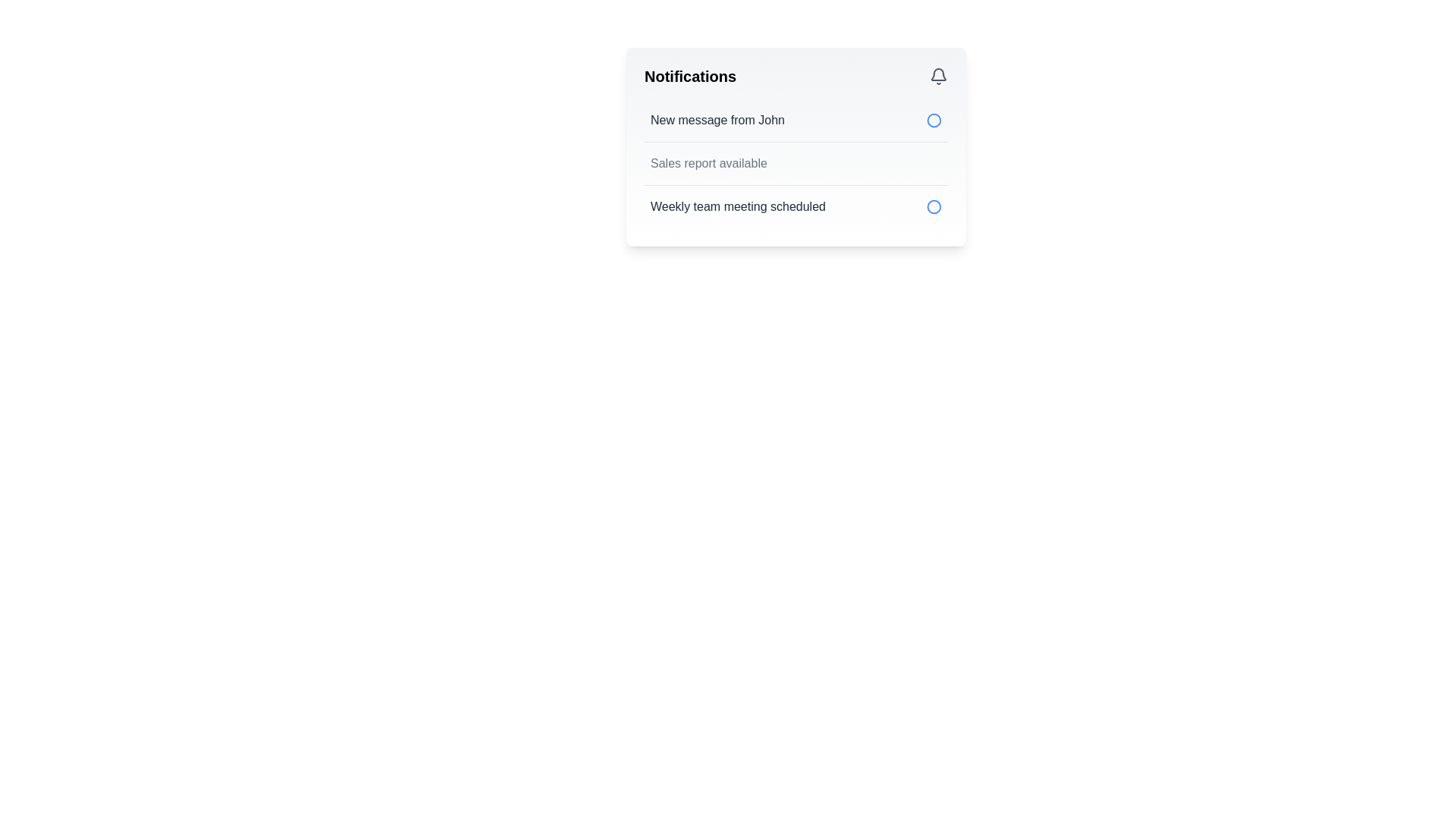 The height and width of the screenshot is (819, 1456). What do you see at coordinates (708, 164) in the screenshot?
I see `notification text 'Sales report available' which is located in the notification box on the right side of the interface, positioned between 'New message from John' and 'Weekly team meeting scheduled'` at bounding box center [708, 164].